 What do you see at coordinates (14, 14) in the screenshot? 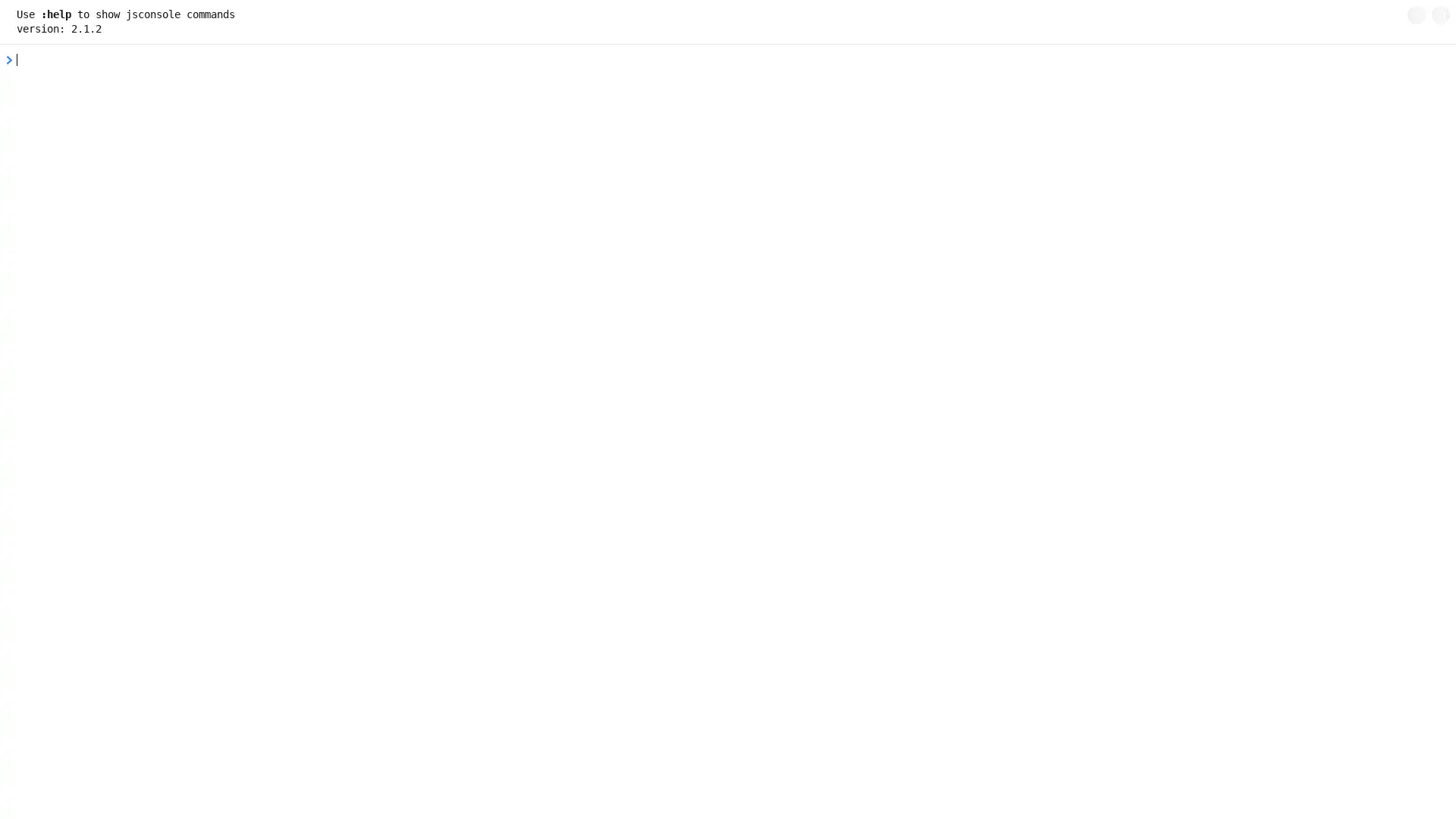
I see `+` at bounding box center [14, 14].